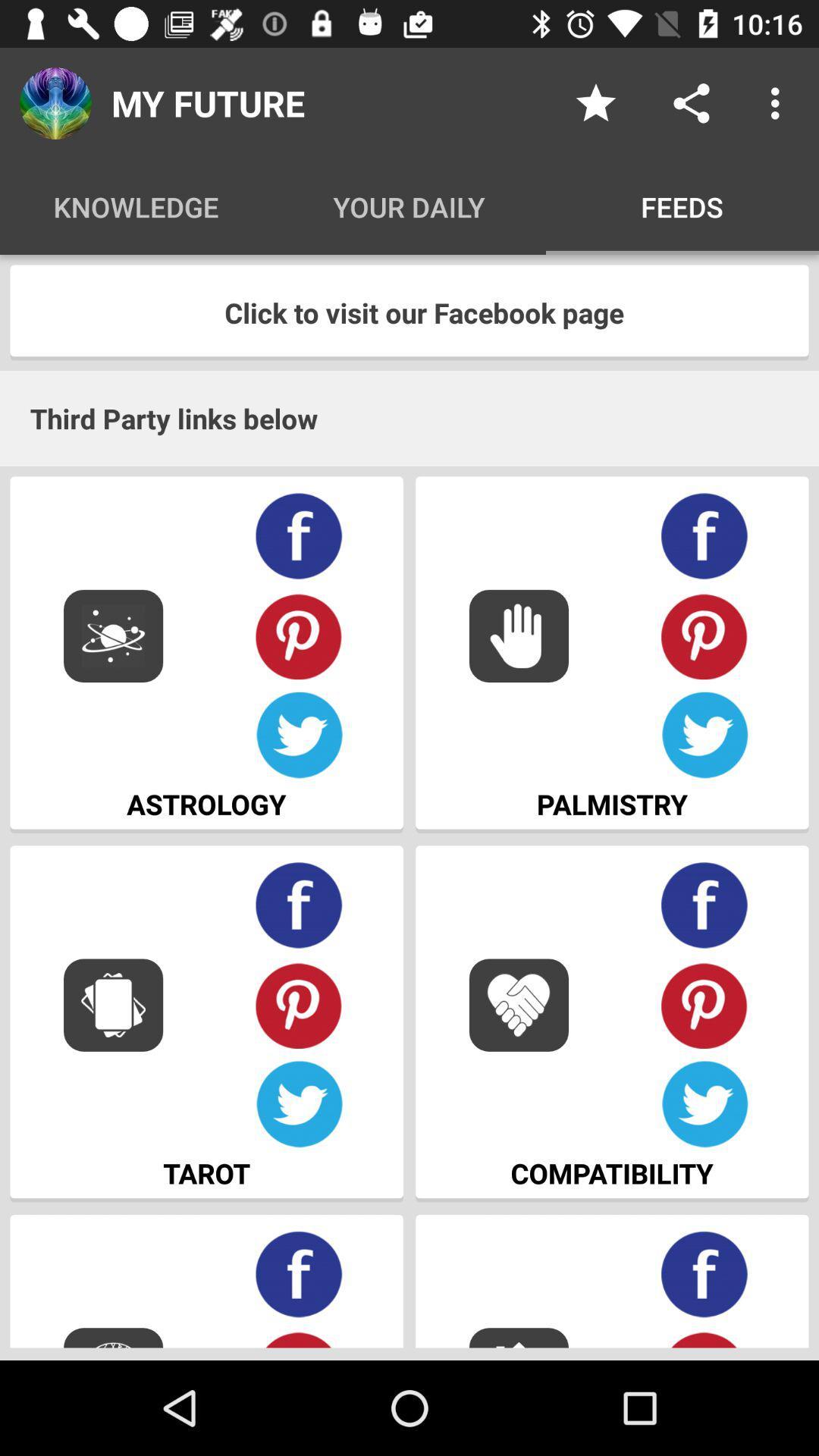  Describe the element at coordinates (299, 1104) in the screenshot. I see `share to twitter` at that location.